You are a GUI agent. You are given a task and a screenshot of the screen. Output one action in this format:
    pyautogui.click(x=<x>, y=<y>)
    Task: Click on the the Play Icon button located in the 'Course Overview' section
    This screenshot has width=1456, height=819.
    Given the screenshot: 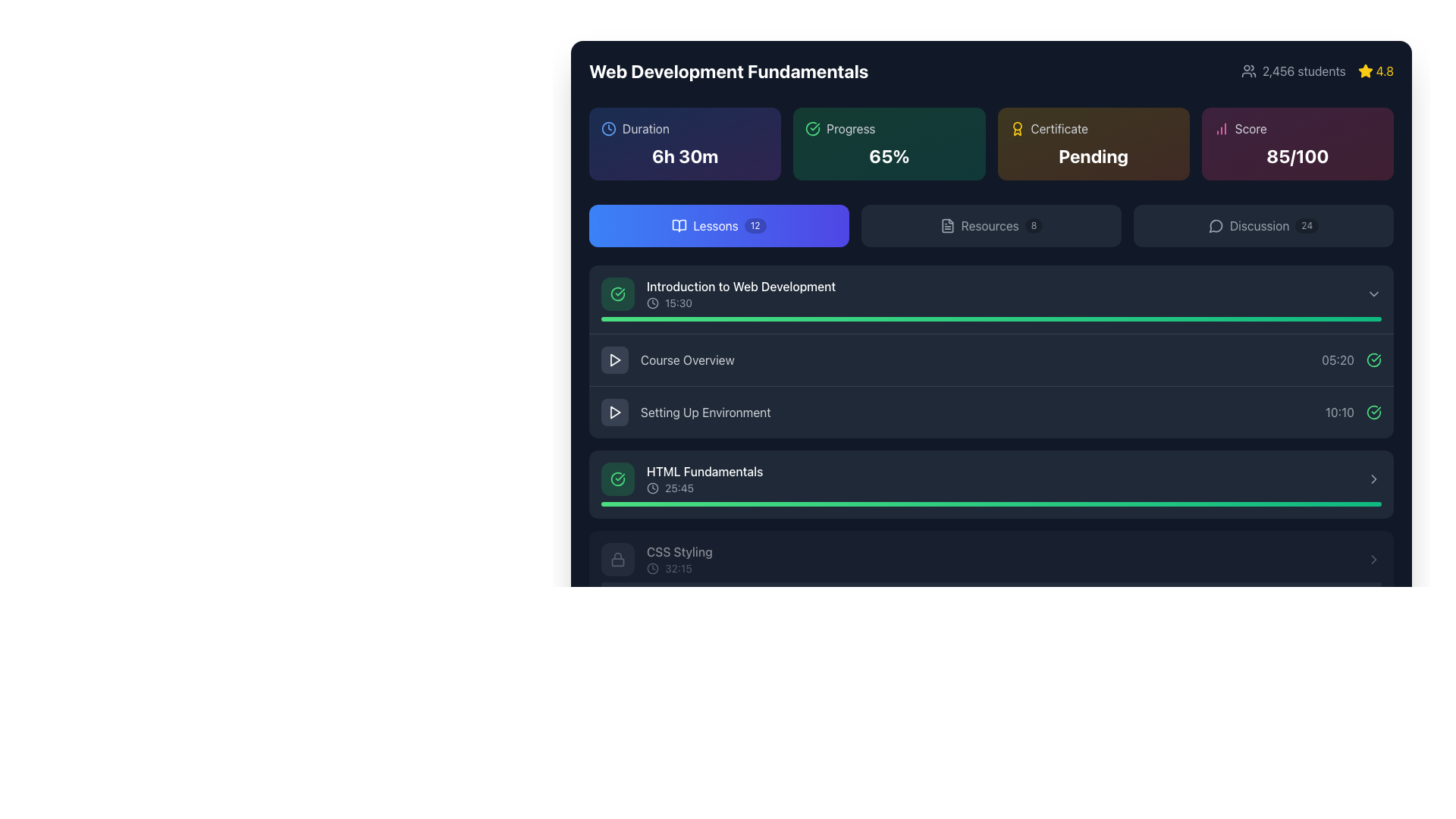 What is the action you would take?
    pyautogui.click(x=615, y=359)
    